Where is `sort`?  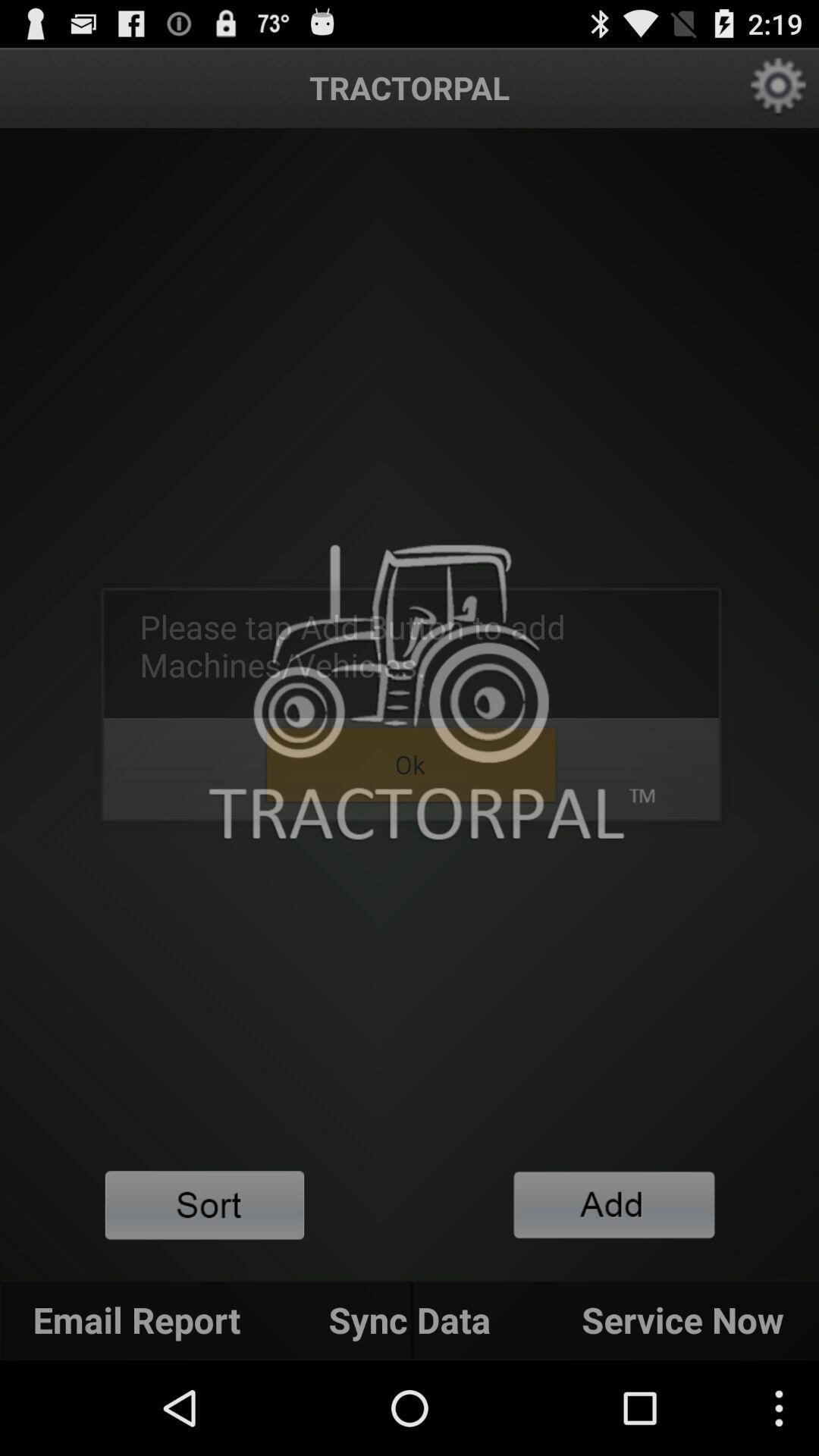 sort is located at coordinates (205, 1204).